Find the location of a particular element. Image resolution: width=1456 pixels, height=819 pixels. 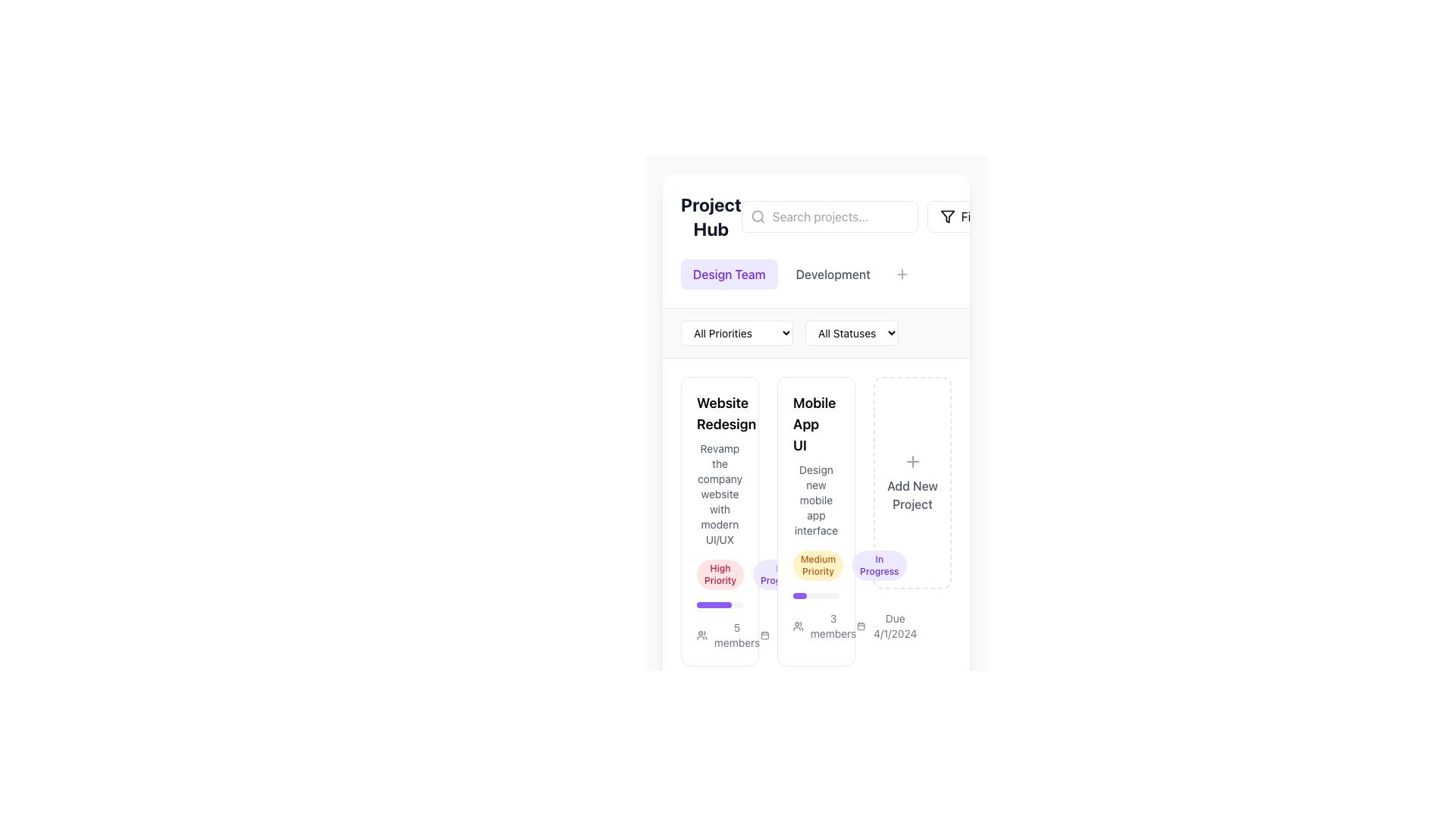

the 'Medium Priority' badge located in the first position of the horizontal arrangement of badges within the 'Mobile App UI' card is located at coordinates (817, 565).